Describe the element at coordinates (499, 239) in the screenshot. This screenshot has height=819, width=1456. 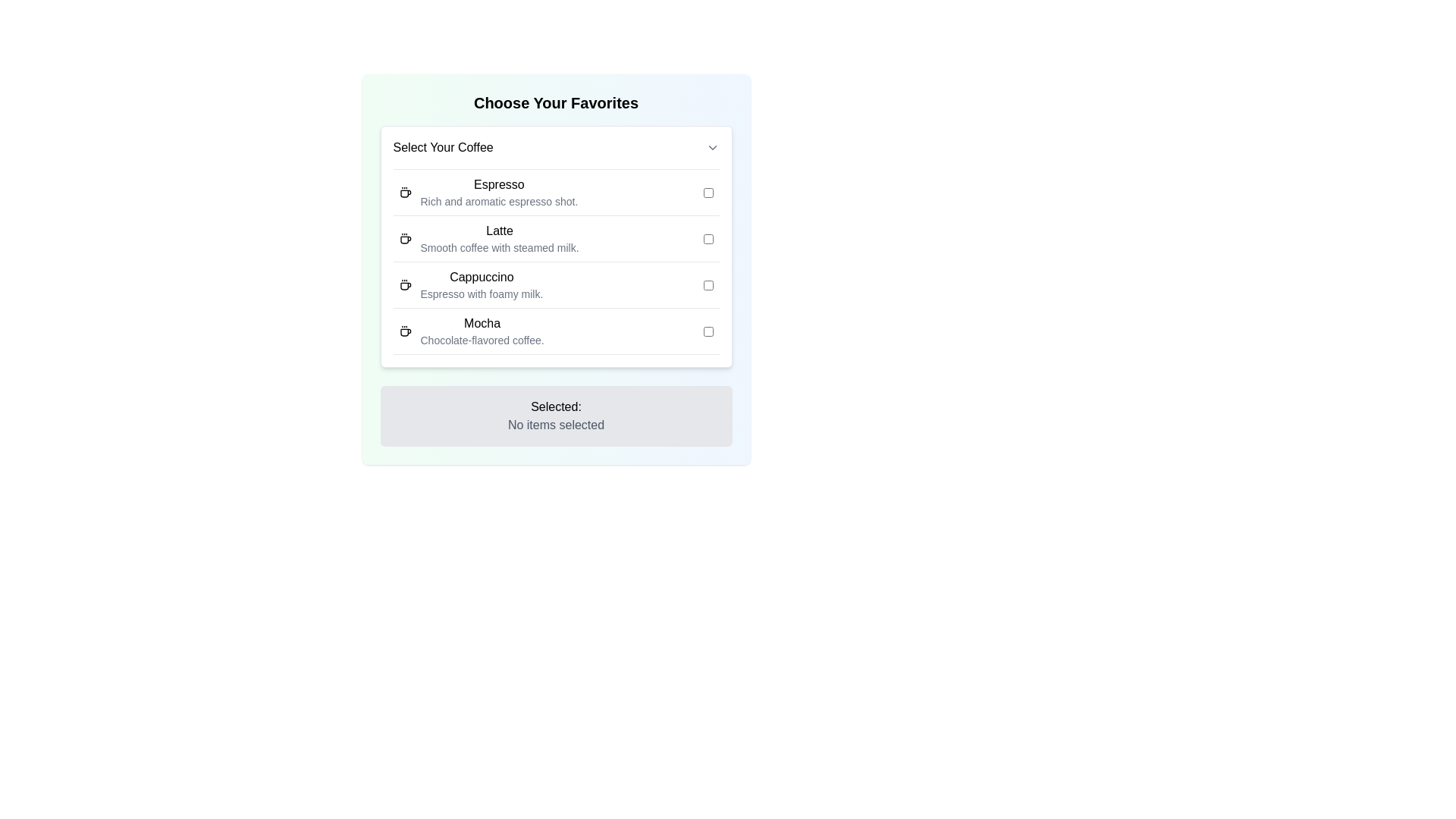
I see `the textual content element titled 'Latte' which describes 'Smooth coffee with steamed milk.' located in the 'Select Your Coffee' section` at that location.